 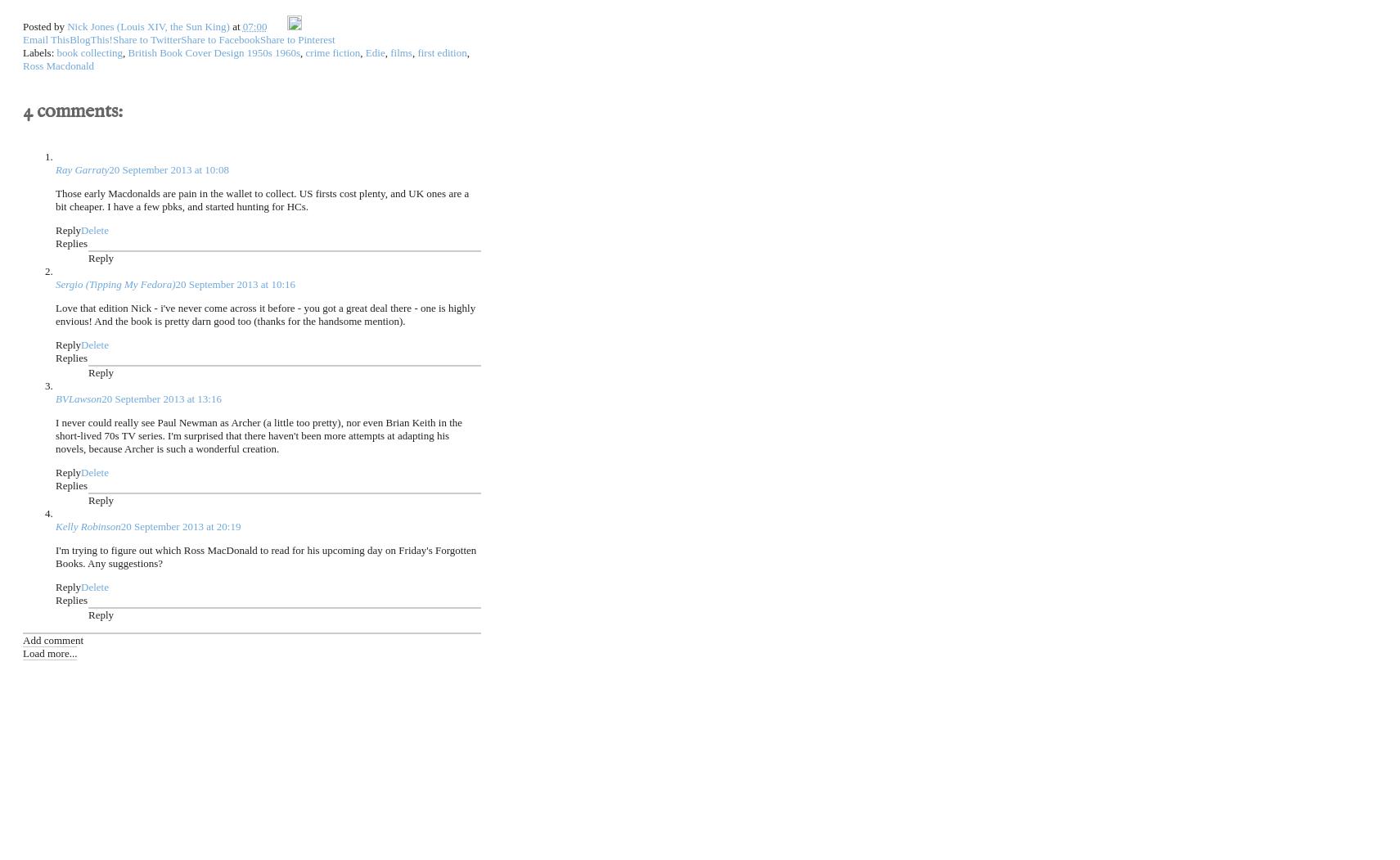 I want to click on 'Ross Macdonald', so click(x=57, y=64).